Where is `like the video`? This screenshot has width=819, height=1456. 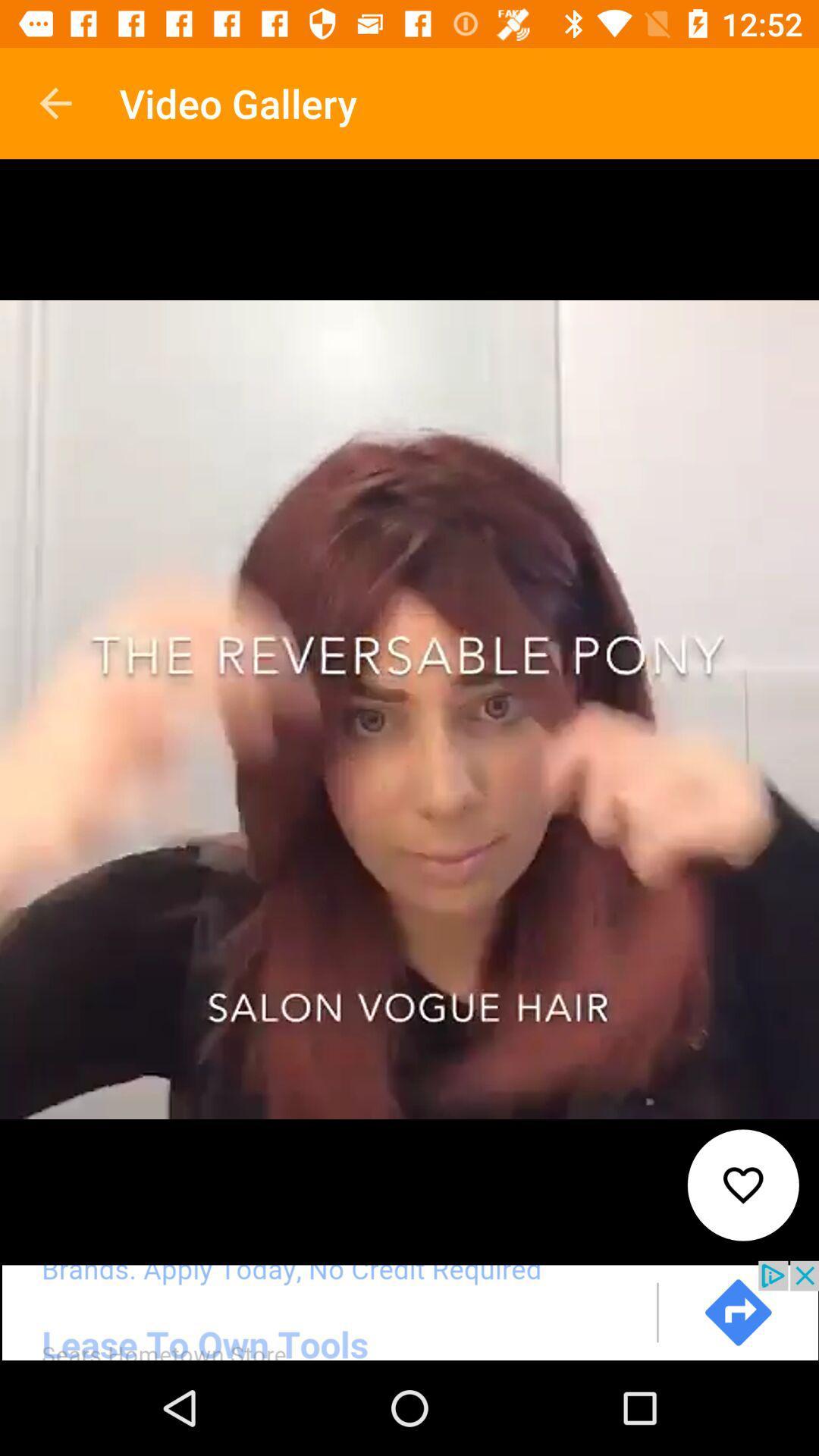
like the video is located at coordinates (742, 1185).